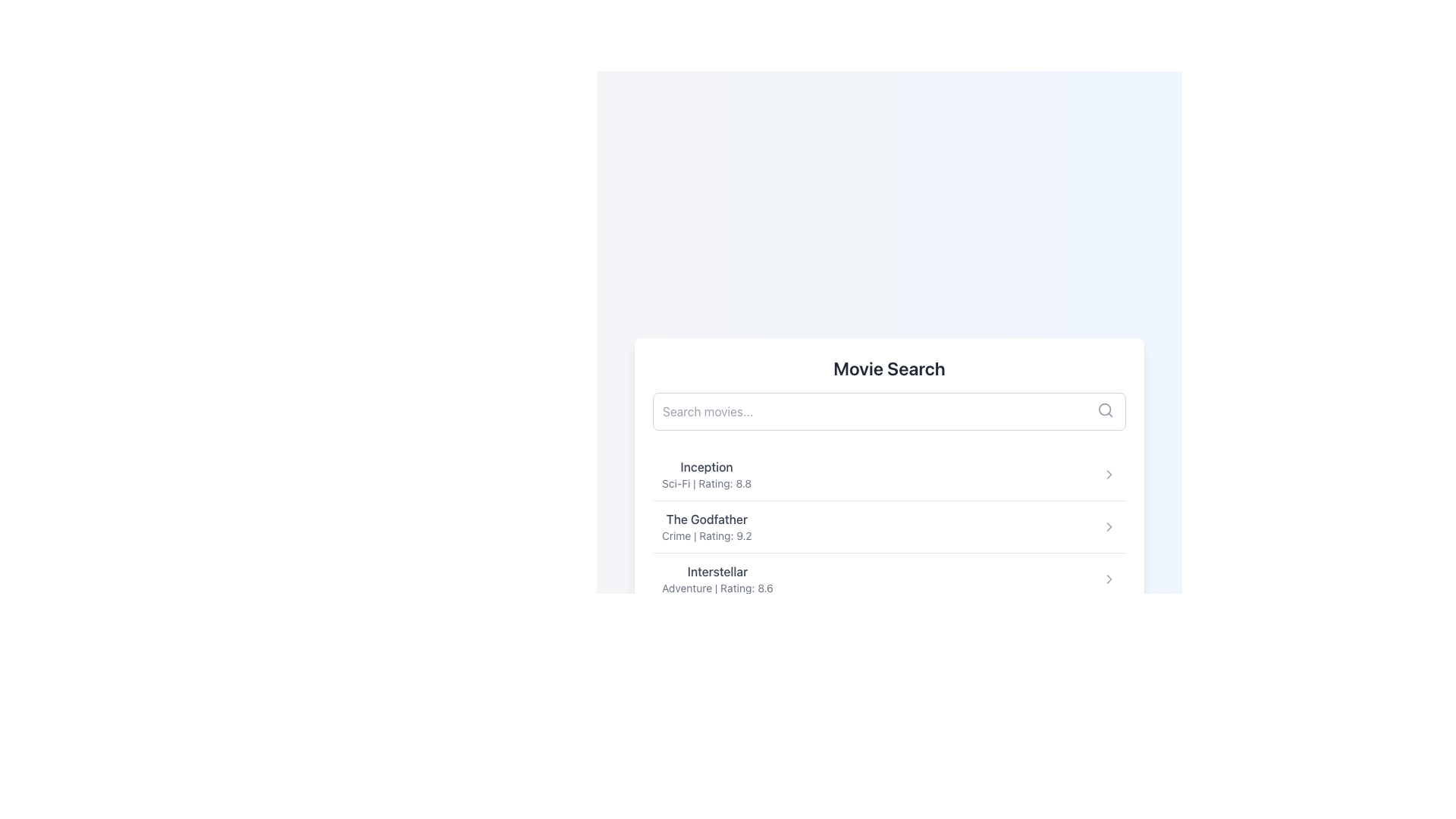 This screenshot has width=1456, height=819. What do you see at coordinates (1105, 409) in the screenshot?
I see `the circular graphic component of the magnifying glass design in the search icon located at the far right of the search field` at bounding box center [1105, 409].